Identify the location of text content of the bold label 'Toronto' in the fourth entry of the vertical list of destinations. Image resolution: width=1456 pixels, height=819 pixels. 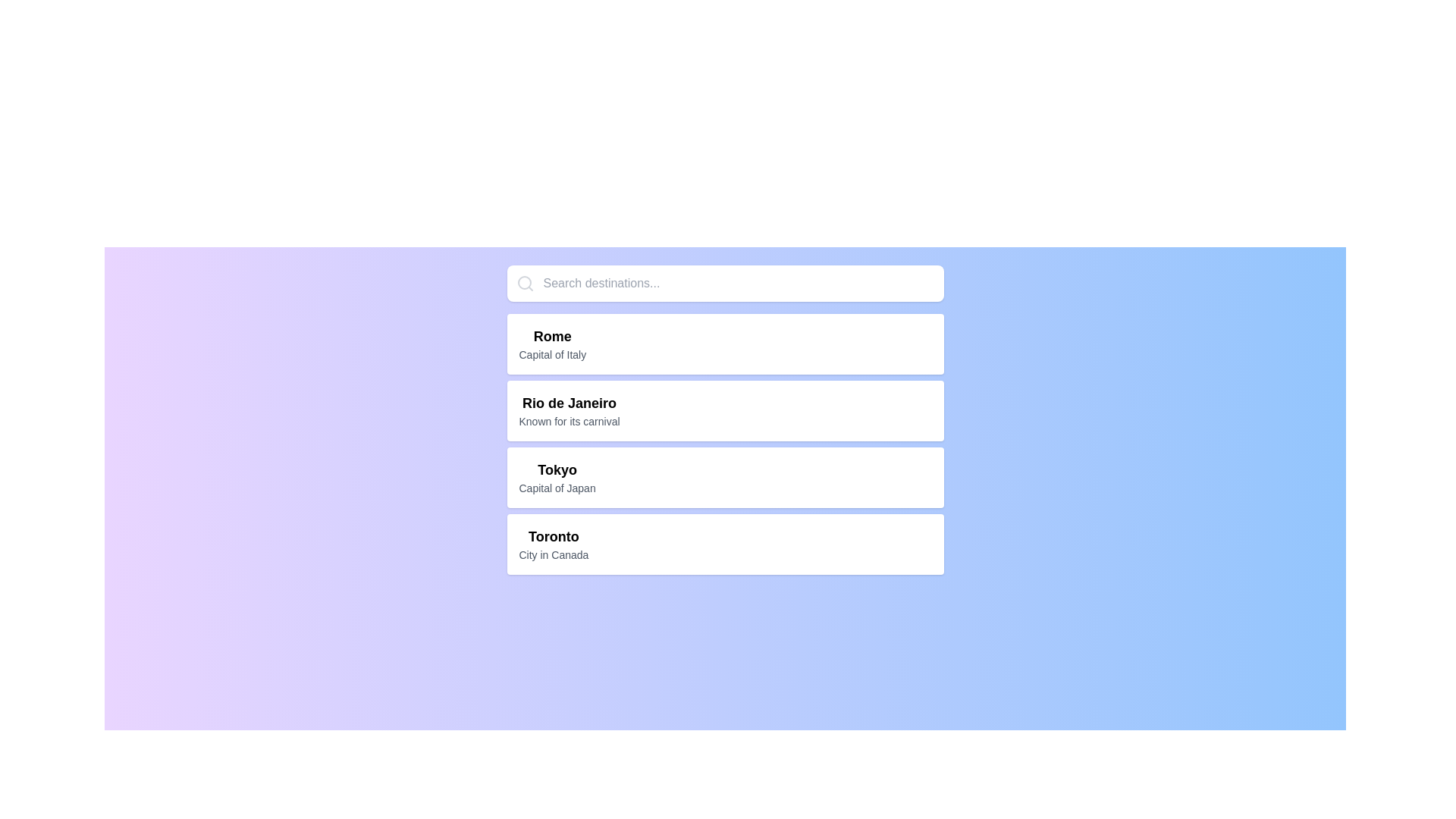
(553, 536).